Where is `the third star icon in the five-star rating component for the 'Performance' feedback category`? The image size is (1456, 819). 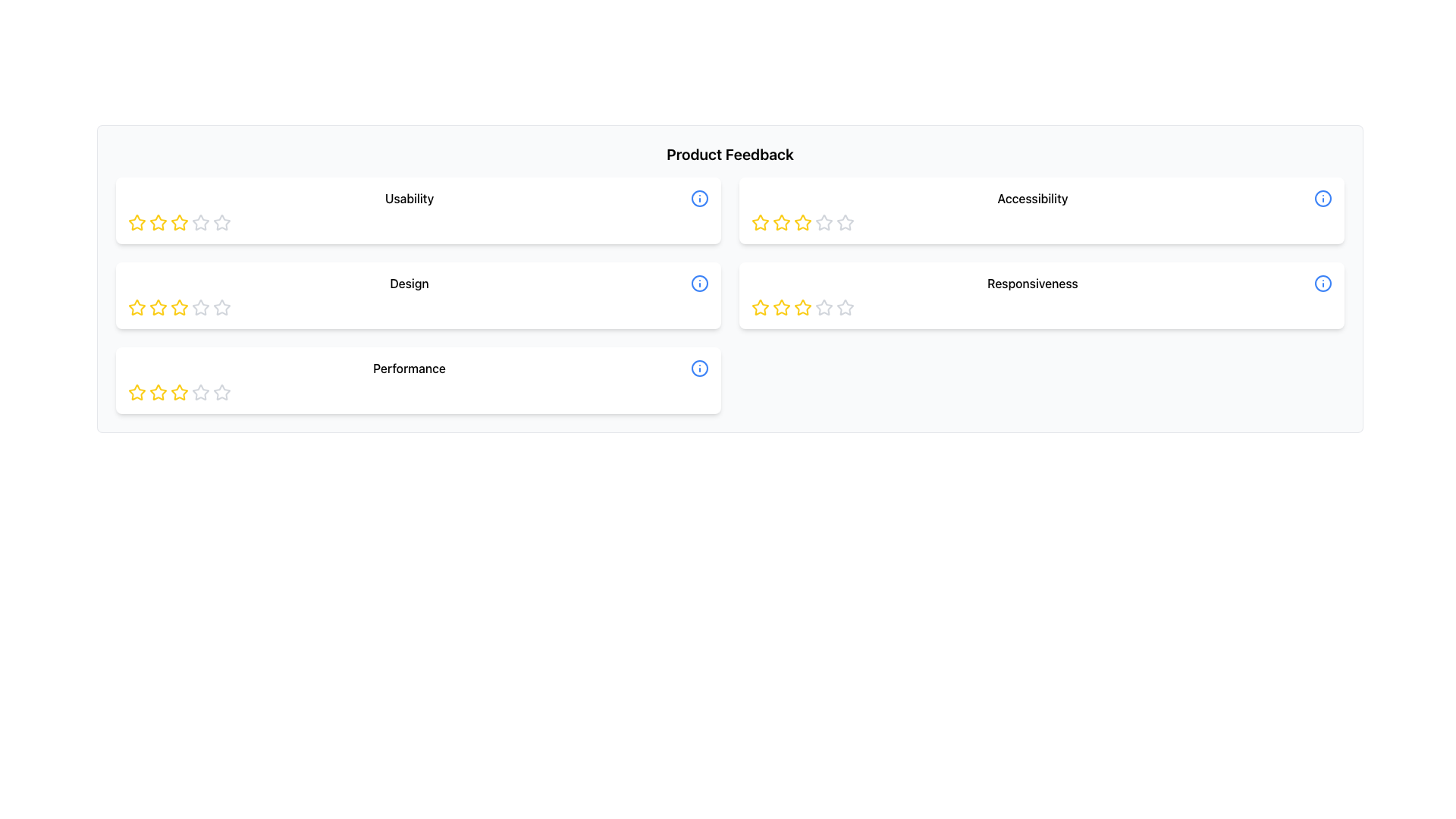 the third star icon in the five-star rating component for the 'Performance' feedback category is located at coordinates (199, 391).